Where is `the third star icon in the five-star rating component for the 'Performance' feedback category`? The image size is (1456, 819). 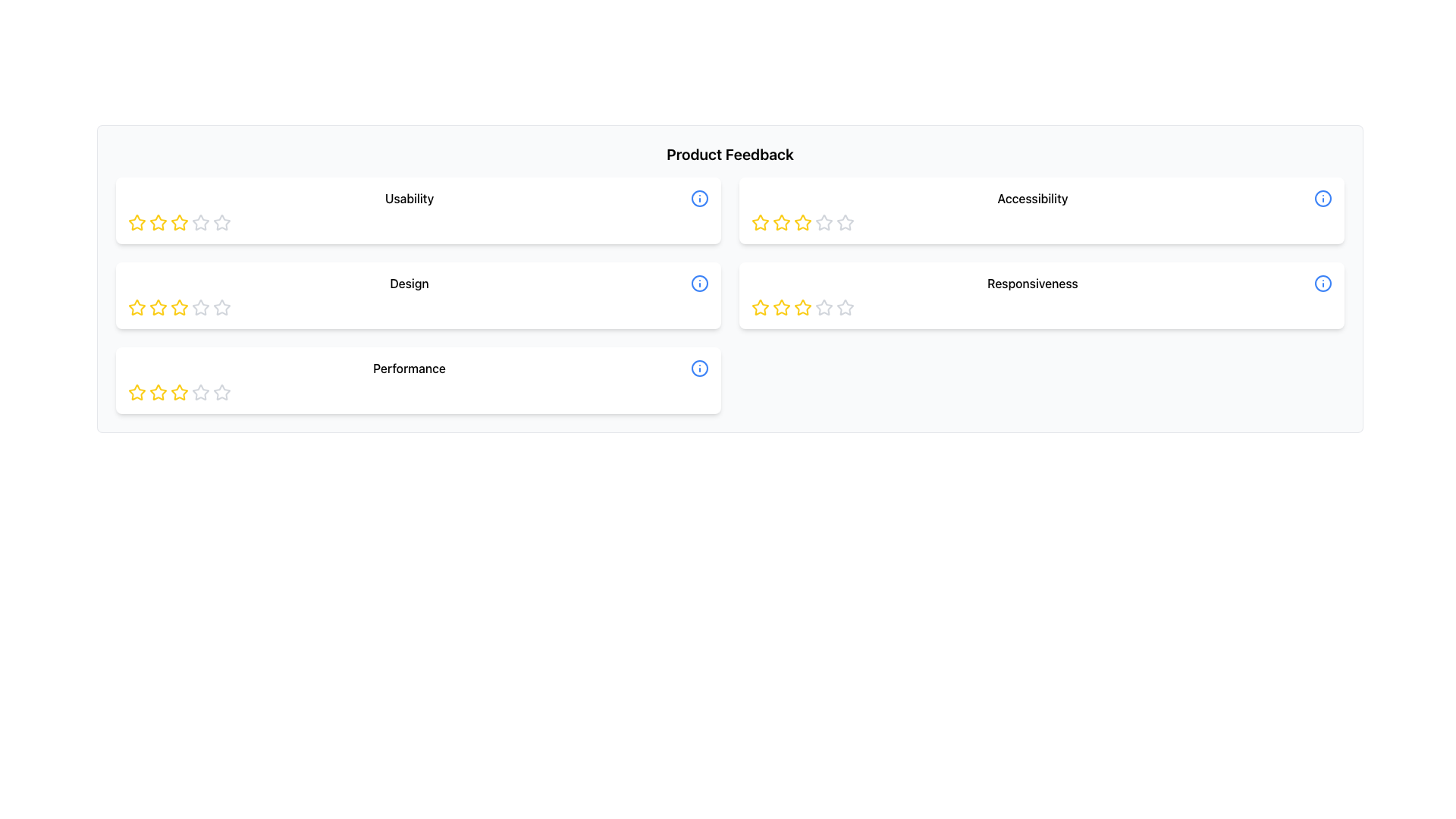 the third star icon in the five-star rating component for the 'Performance' feedback category is located at coordinates (199, 391).